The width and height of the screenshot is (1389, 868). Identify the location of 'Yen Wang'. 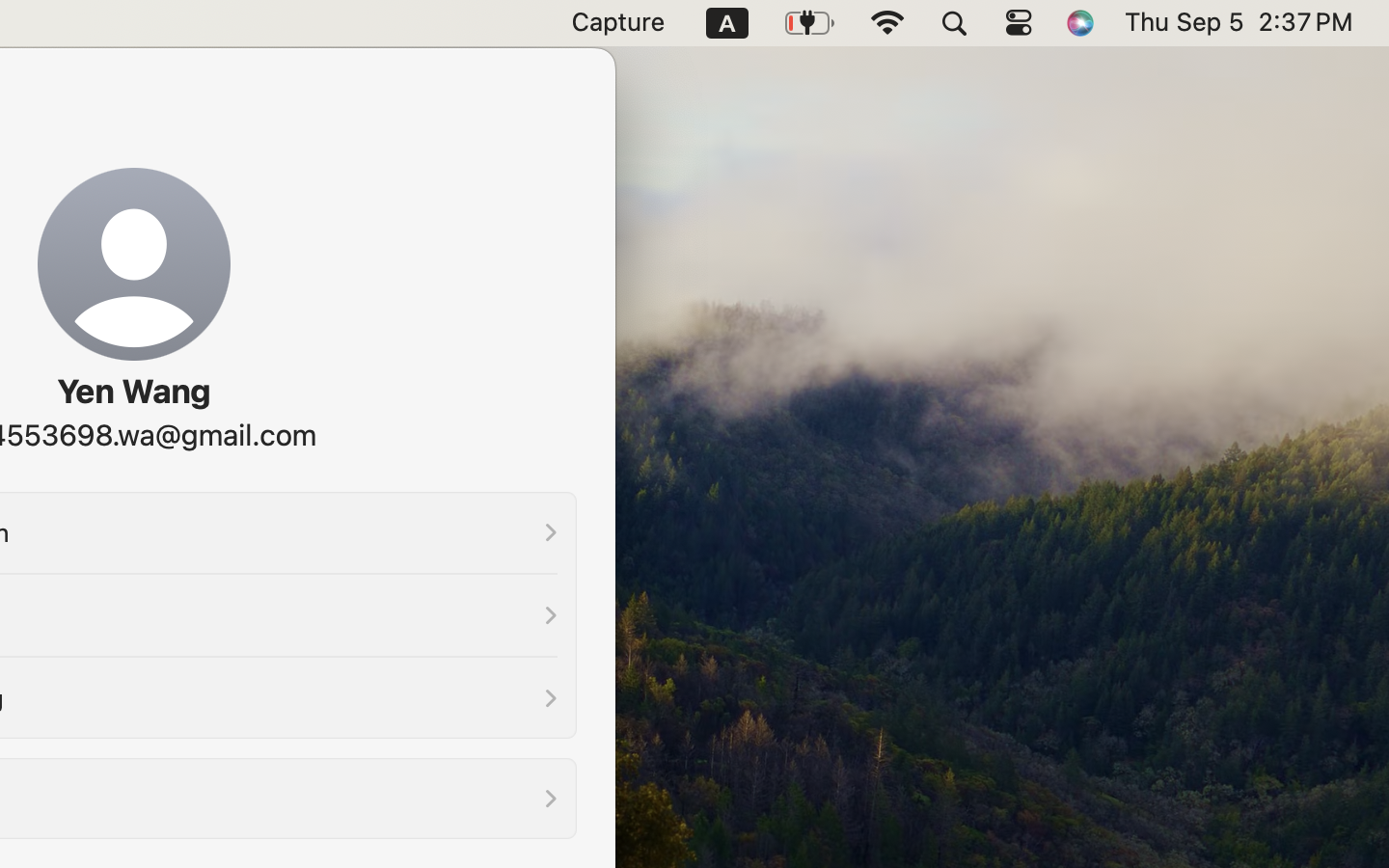
(131, 391).